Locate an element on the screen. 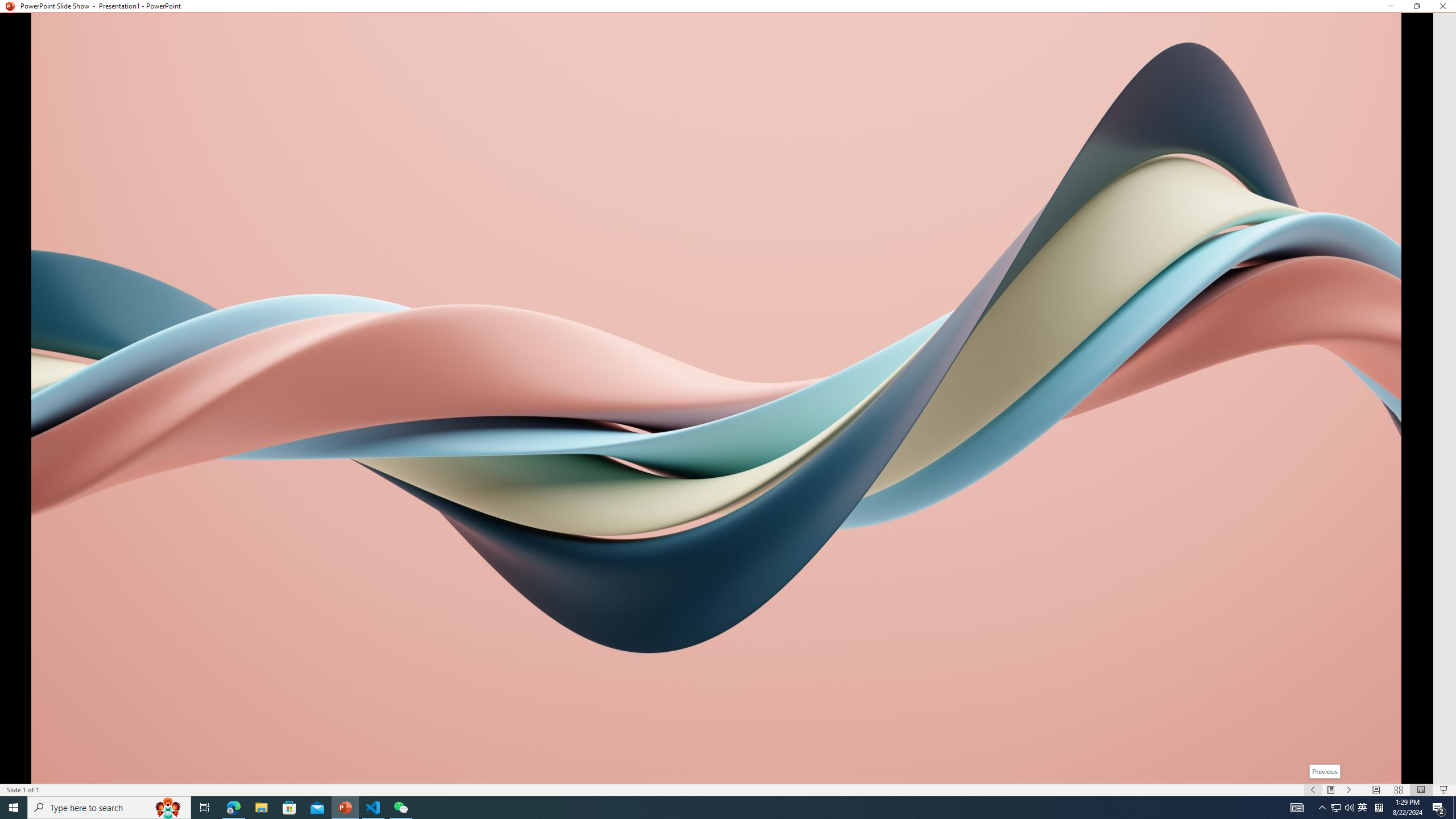  'Slide Show Previous On' is located at coordinates (1313, 790).